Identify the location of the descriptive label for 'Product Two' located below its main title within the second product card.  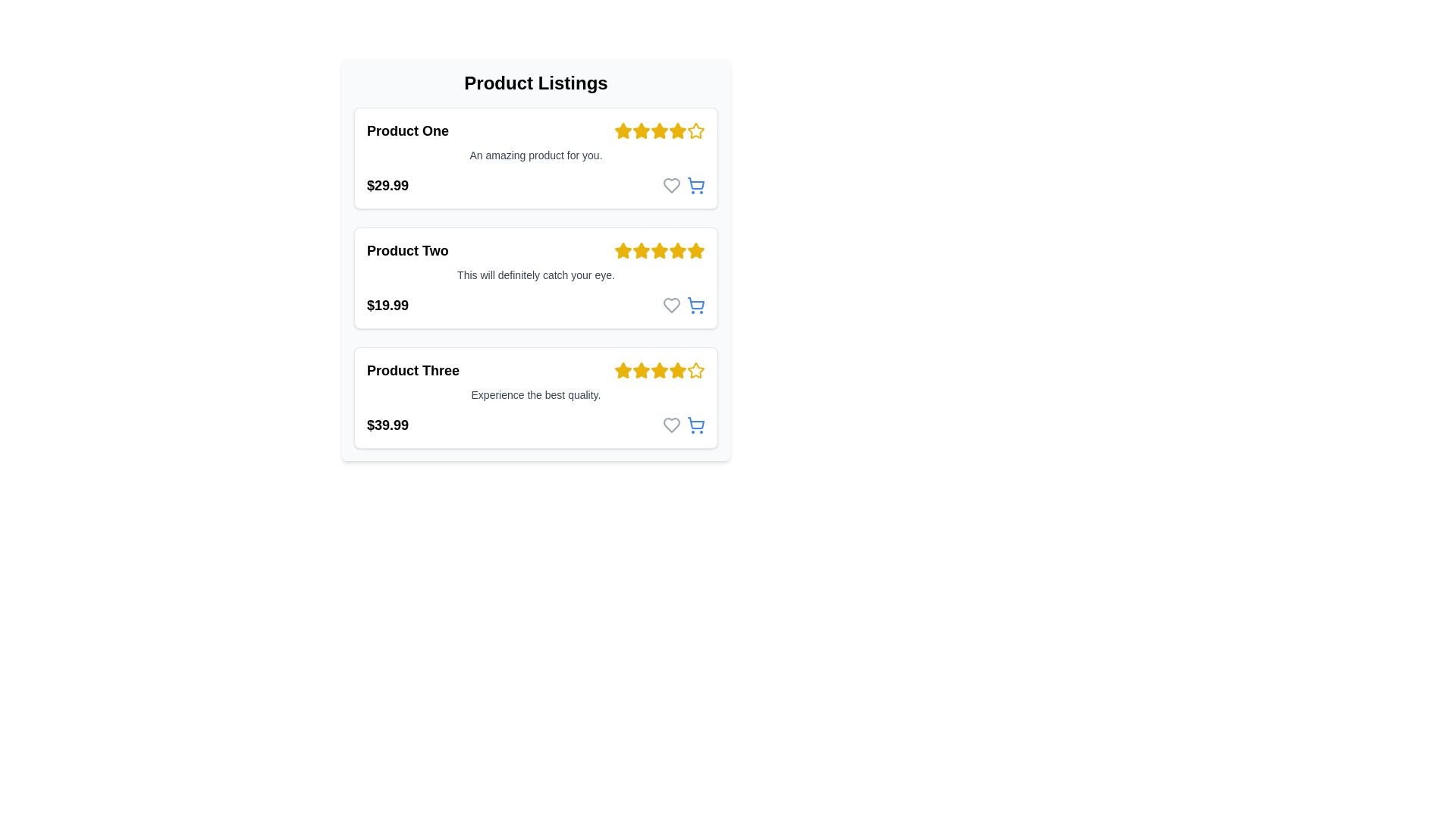
(535, 275).